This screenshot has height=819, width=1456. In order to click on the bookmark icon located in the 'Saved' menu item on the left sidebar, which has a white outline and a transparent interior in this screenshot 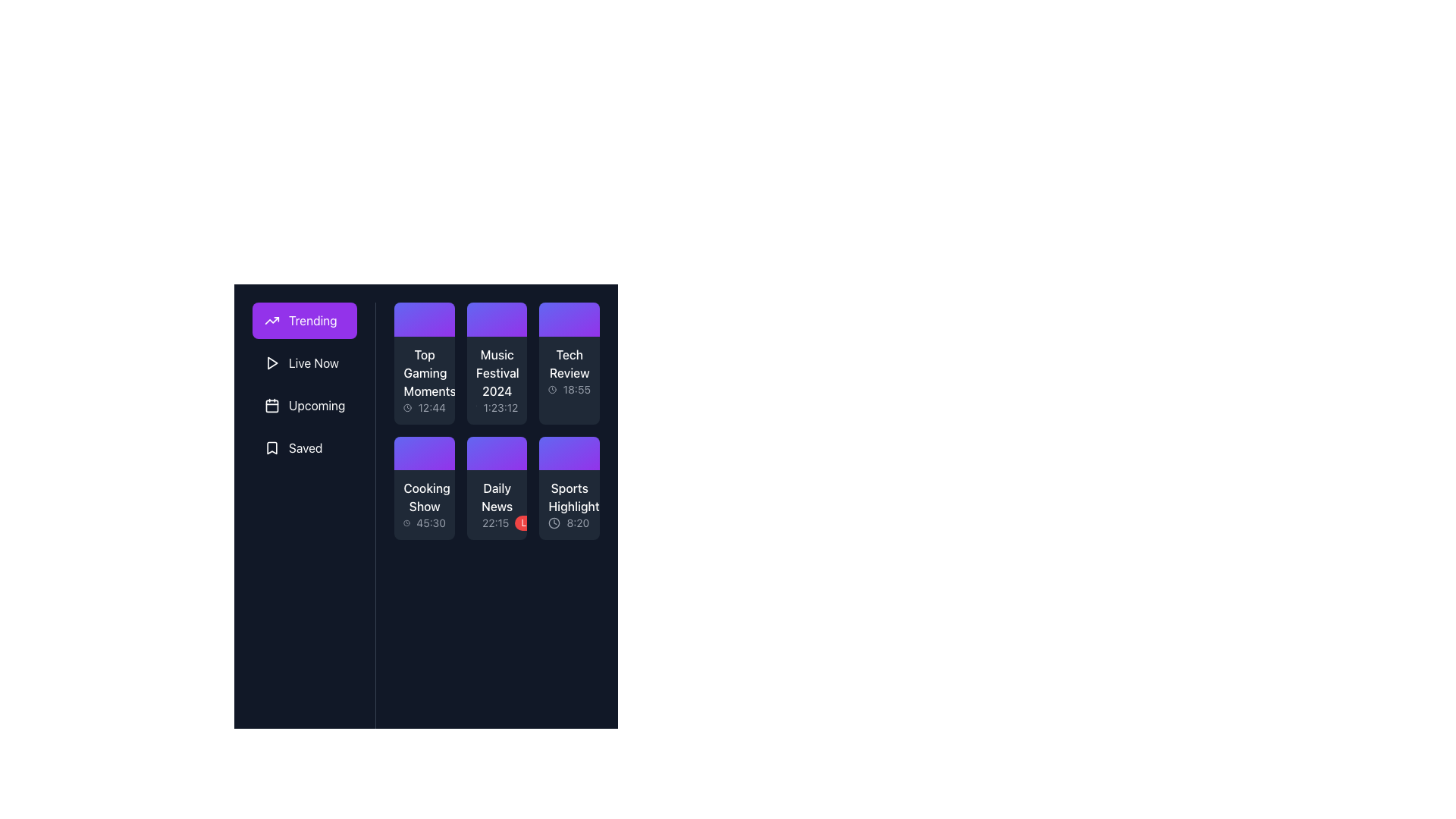, I will do `click(272, 447)`.